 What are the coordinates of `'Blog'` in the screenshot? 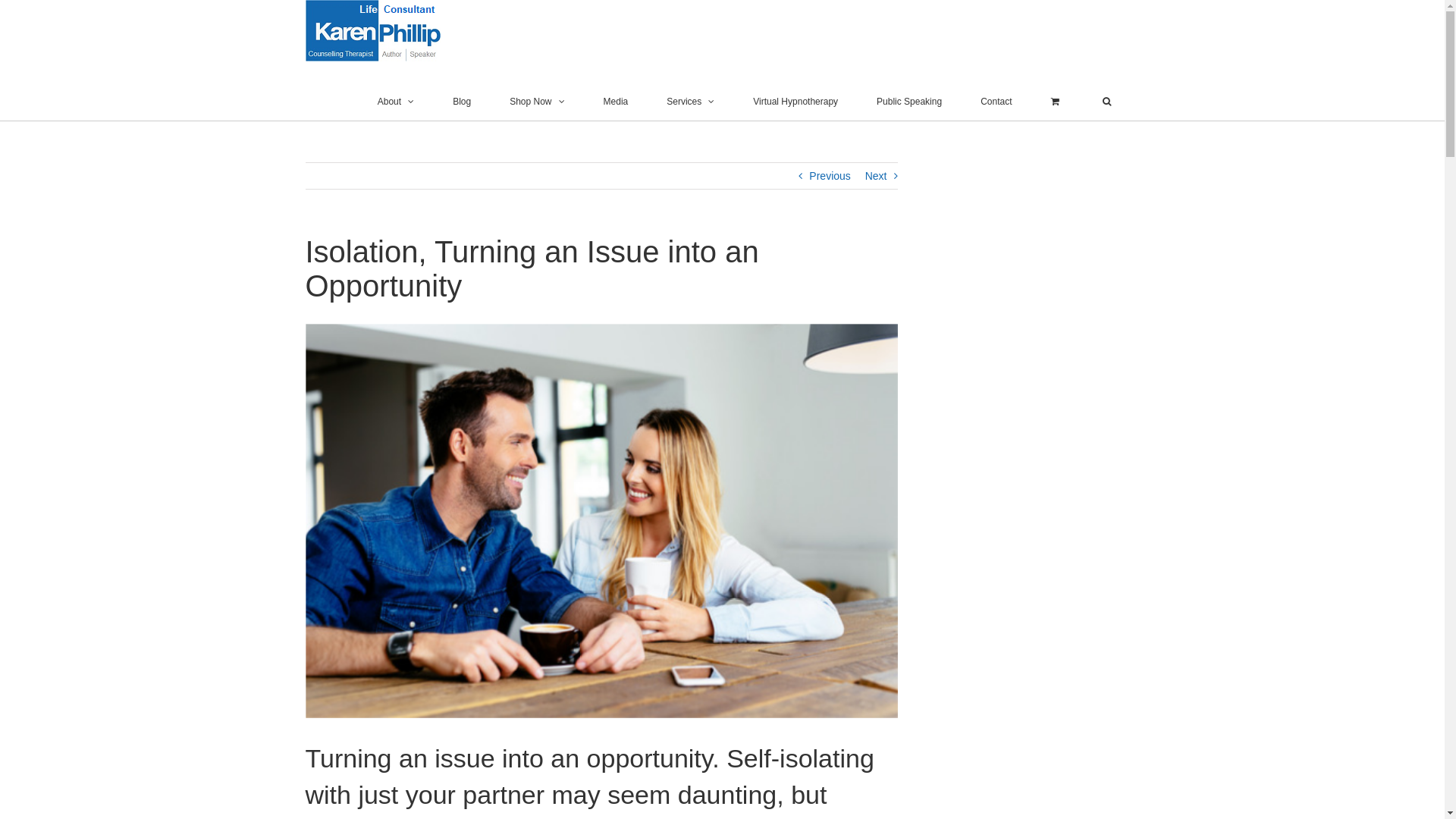 It's located at (461, 102).